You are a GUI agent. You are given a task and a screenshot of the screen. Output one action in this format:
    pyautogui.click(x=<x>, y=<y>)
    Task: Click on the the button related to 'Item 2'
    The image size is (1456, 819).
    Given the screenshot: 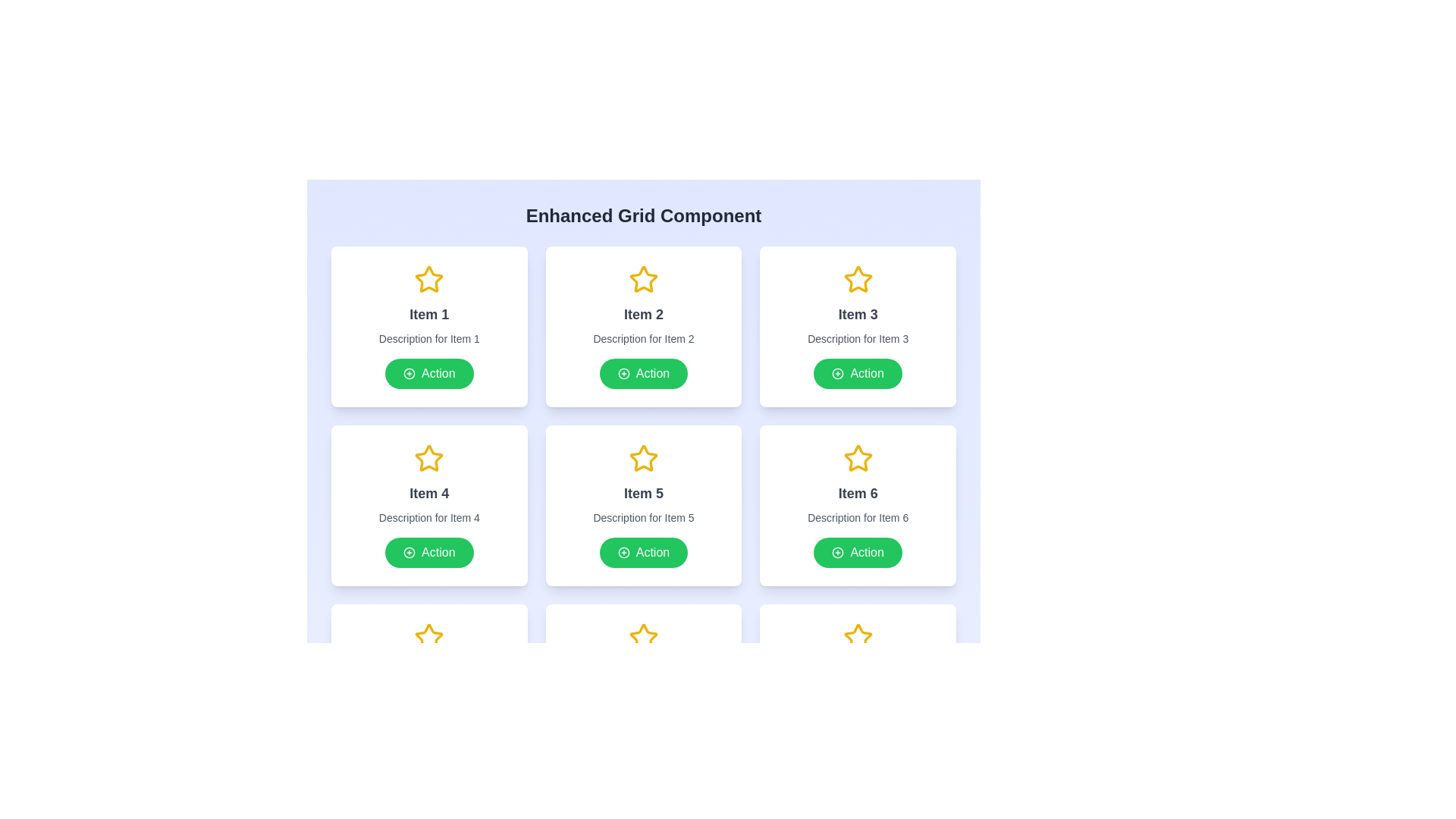 What is the action you would take?
    pyautogui.click(x=644, y=374)
    